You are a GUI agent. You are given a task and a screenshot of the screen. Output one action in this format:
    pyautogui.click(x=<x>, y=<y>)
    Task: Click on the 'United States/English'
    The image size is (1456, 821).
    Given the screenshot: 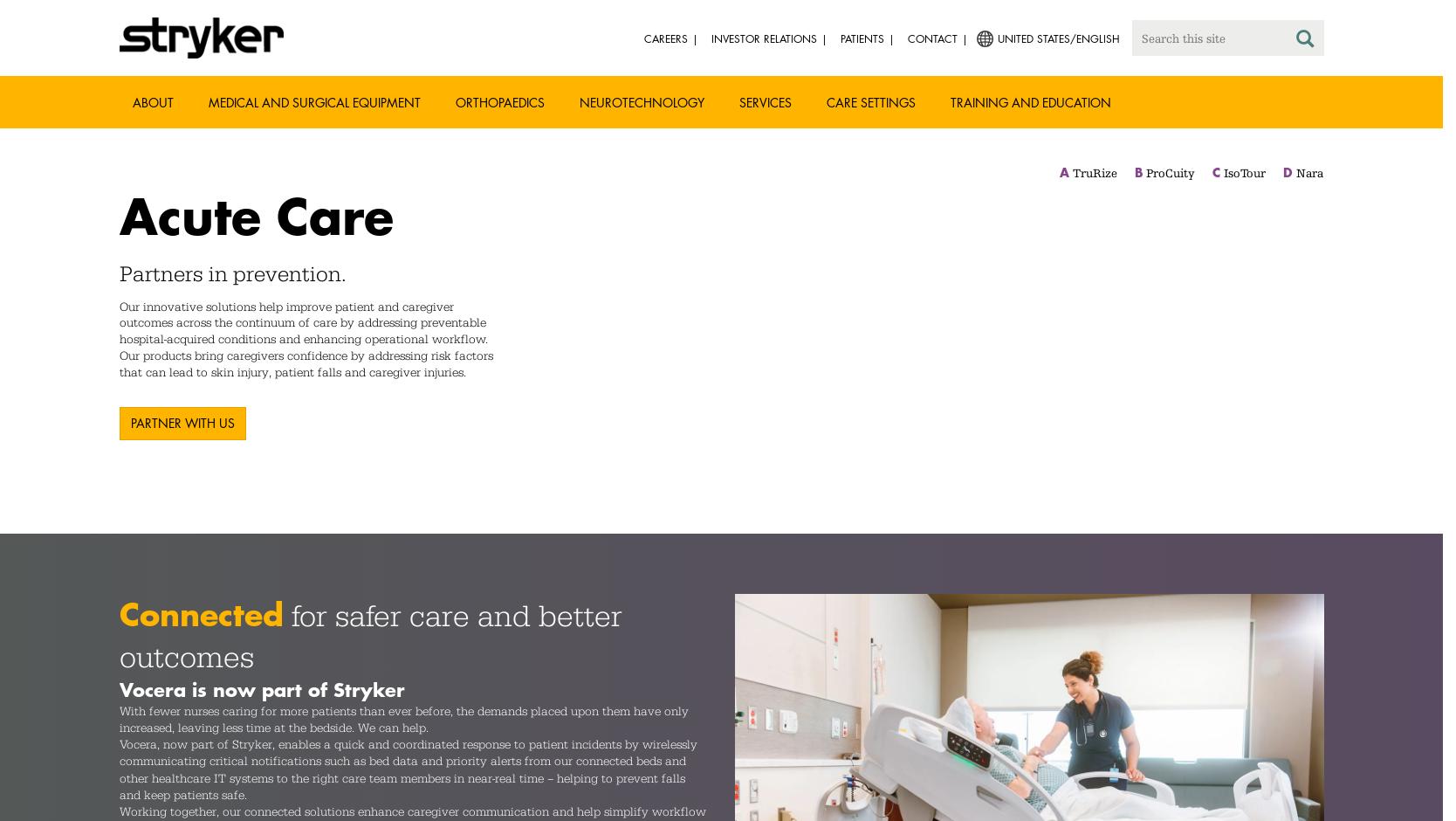 What is the action you would take?
    pyautogui.click(x=997, y=38)
    